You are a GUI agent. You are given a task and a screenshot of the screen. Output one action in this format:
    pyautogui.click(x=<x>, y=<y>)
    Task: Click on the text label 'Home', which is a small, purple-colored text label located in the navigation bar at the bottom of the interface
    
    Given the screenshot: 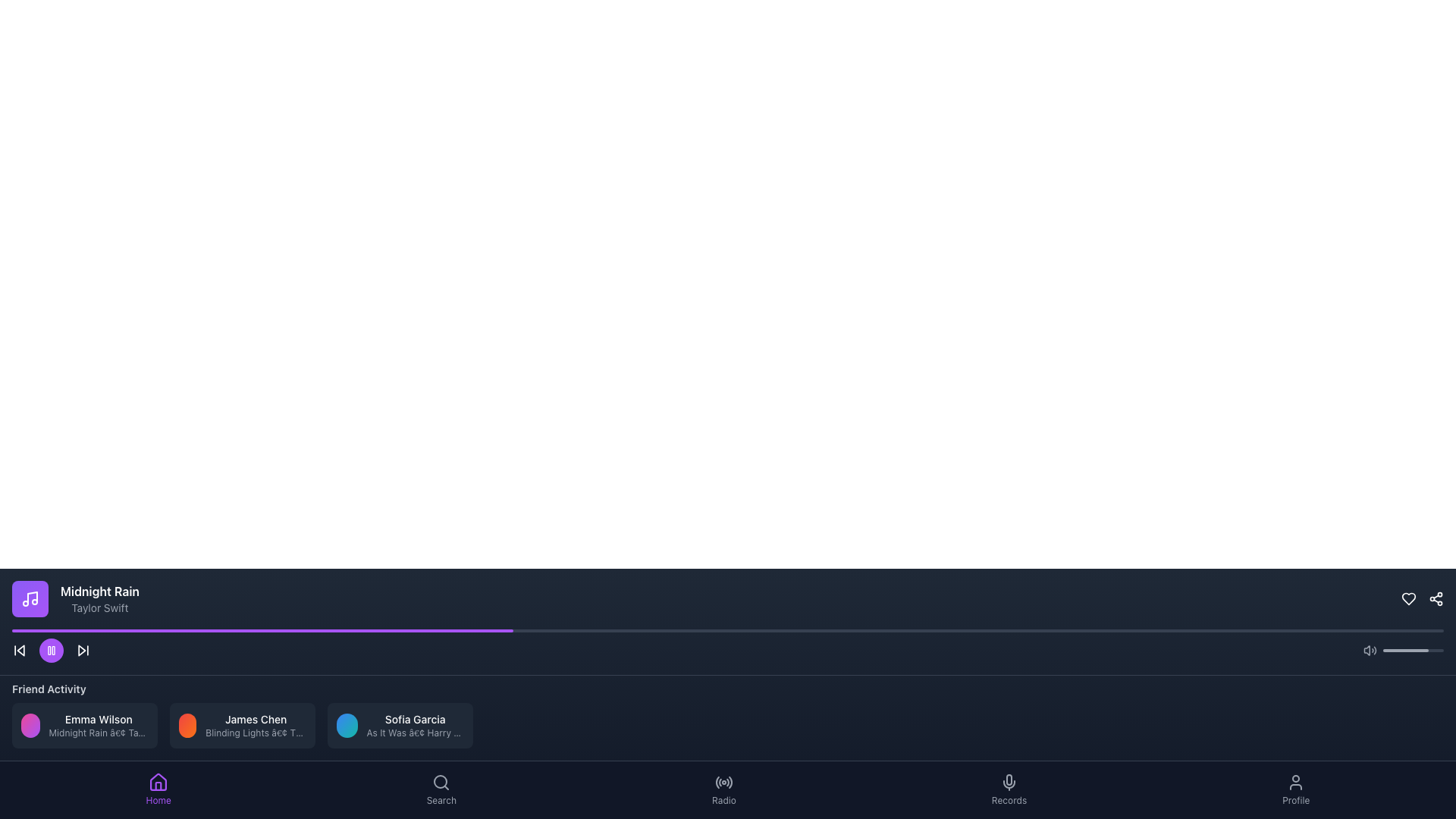 What is the action you would take?
    pyautogui.click(x=158, y=800)
    